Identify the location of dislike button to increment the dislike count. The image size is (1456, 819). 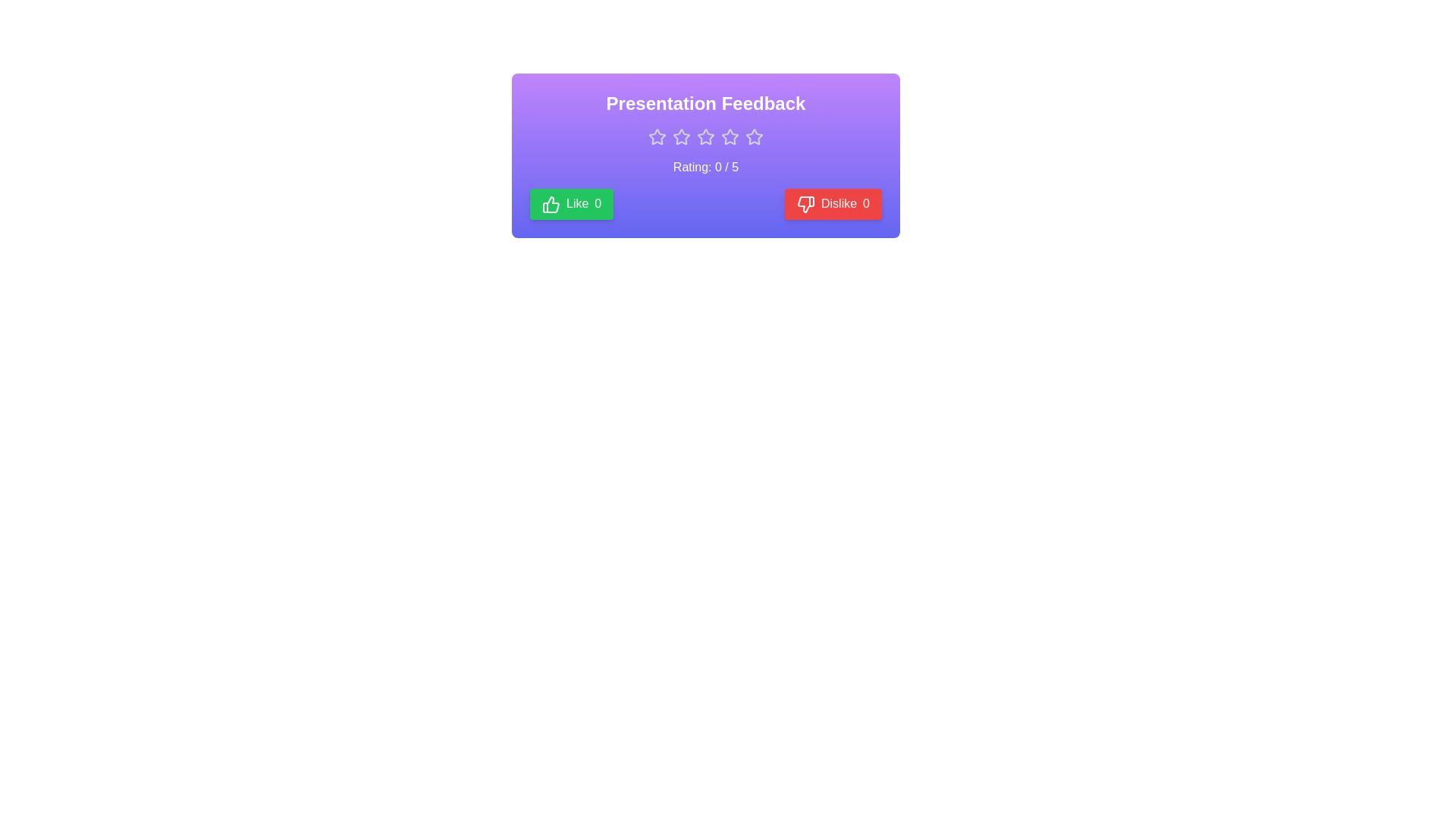
(833, 203).